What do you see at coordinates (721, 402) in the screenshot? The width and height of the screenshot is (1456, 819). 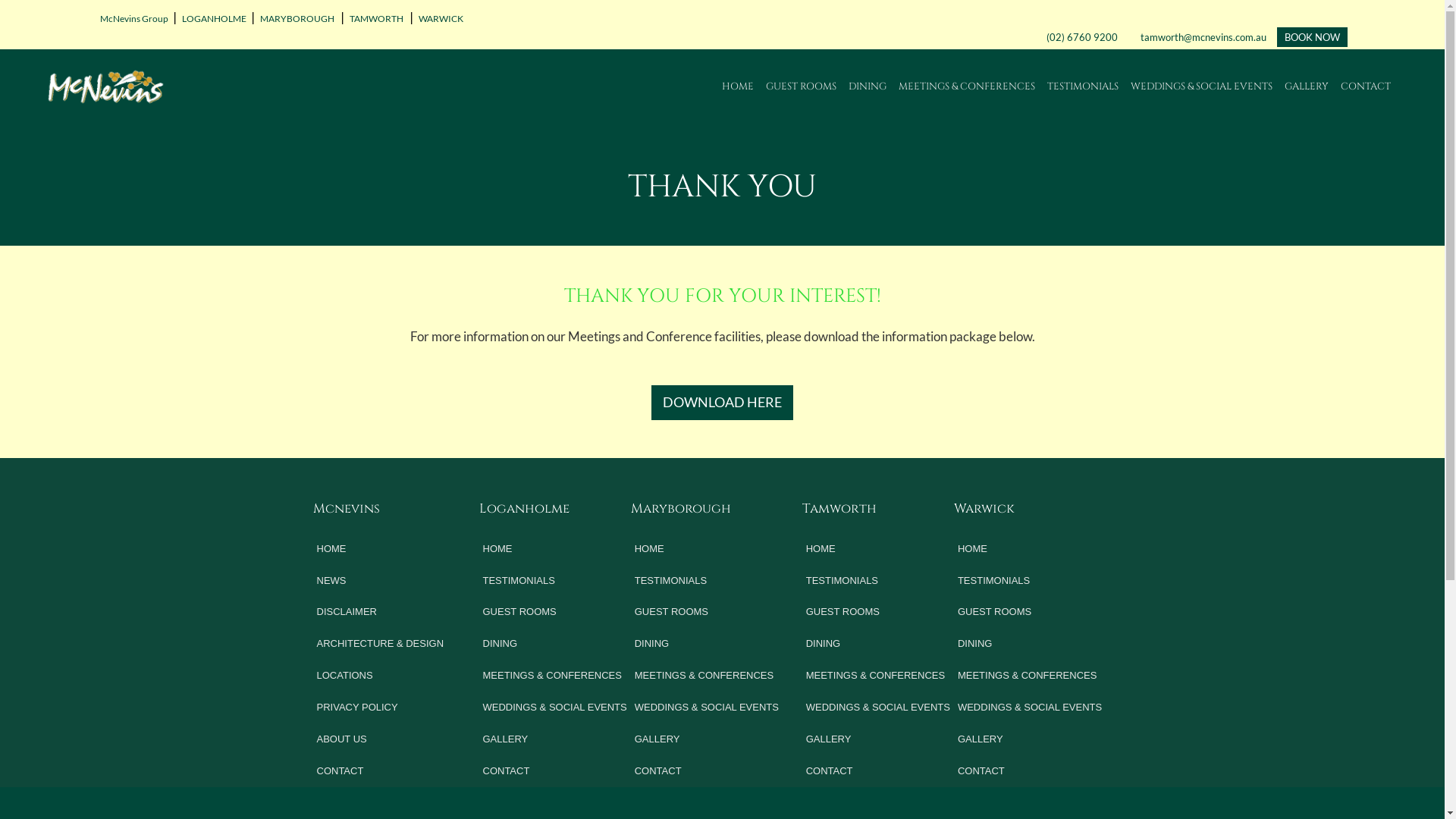 I see `'DOWNLOAD HERE'` at bounding box center [721, 402].